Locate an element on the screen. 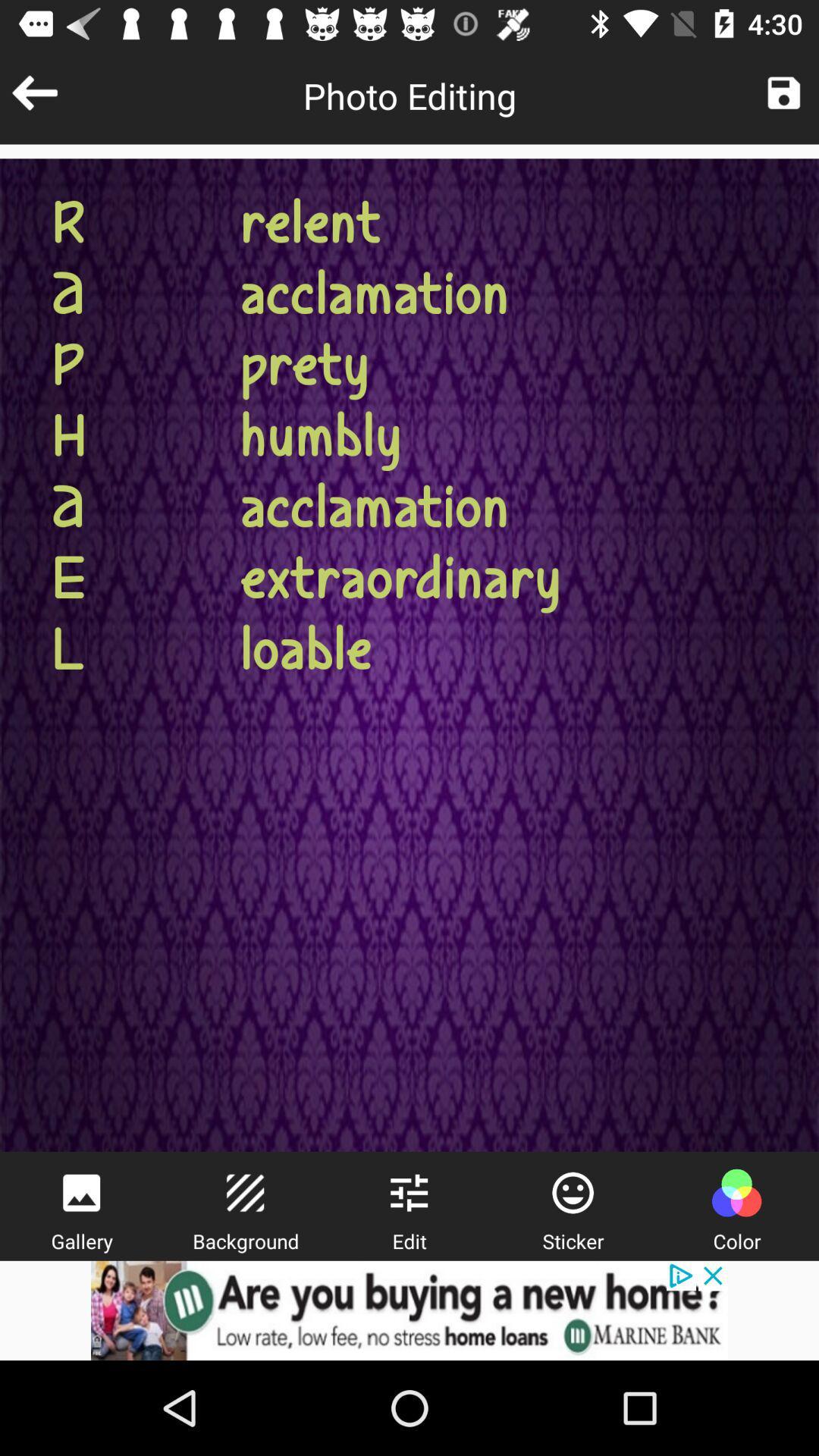 Image resolution: width=819 pixels, height=1456 pixels. edit the photo is located at coordinates (408, 1192).